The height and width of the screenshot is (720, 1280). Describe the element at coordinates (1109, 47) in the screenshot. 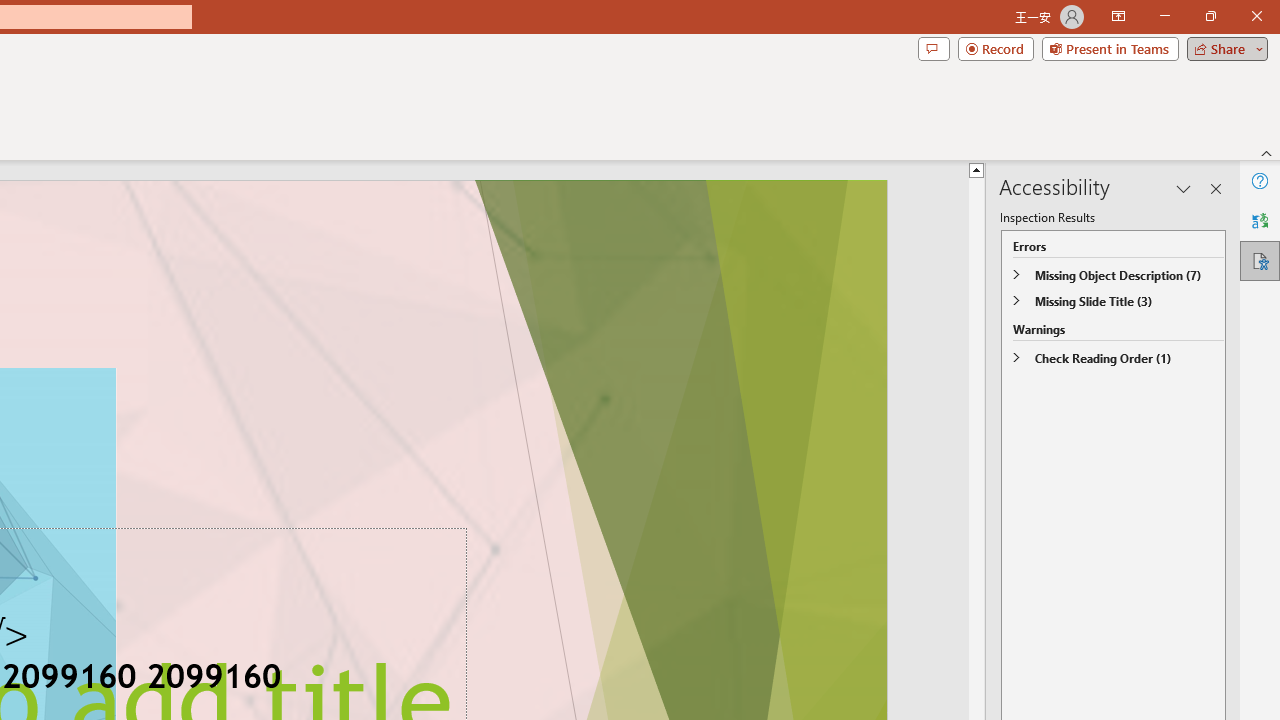

I see `'Present in Teams'` at that location.